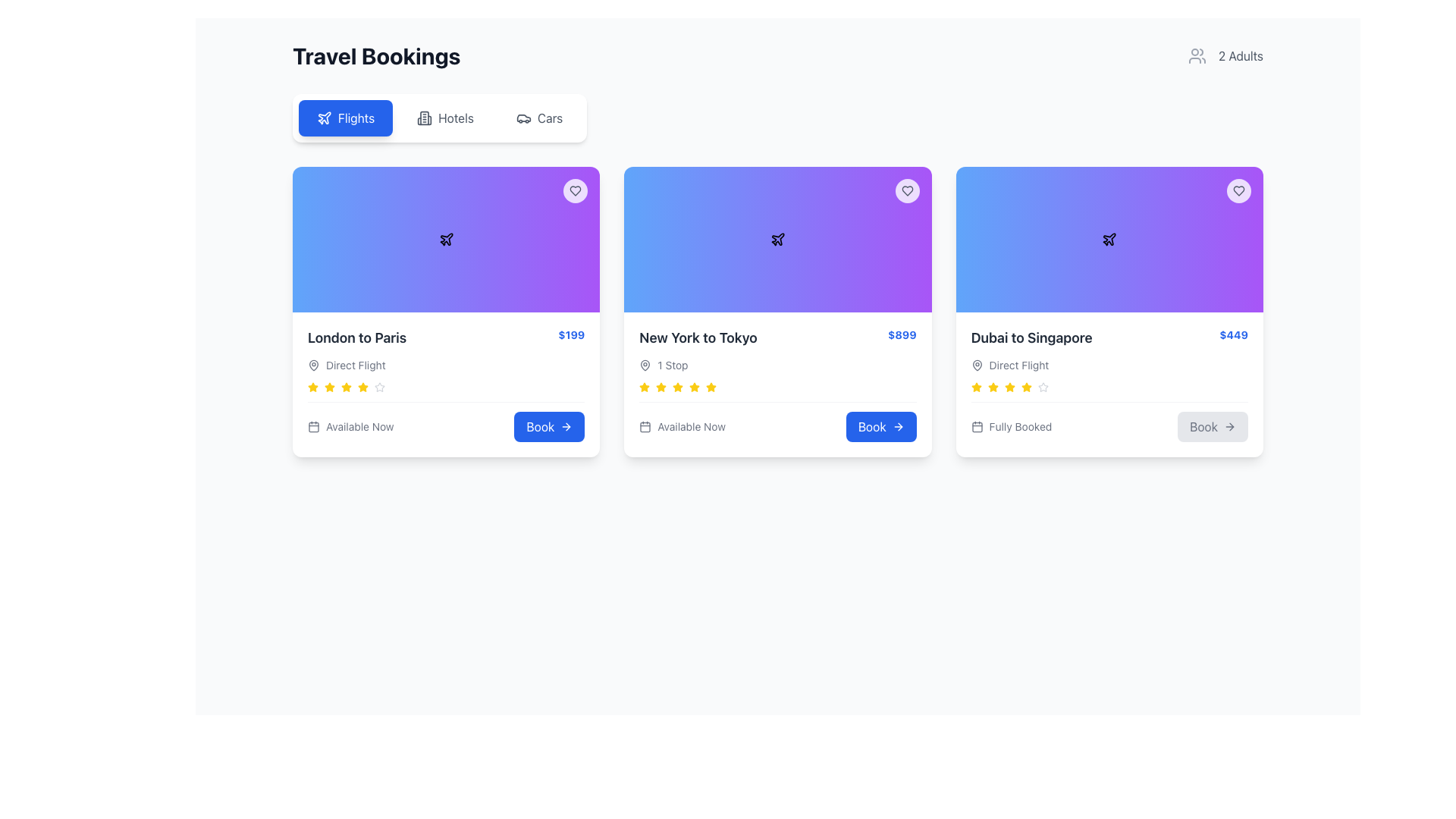  I want to click on the airplane icon which is centrally positioned within the third card that details a trip from Dubai to Singapore, so click(1109, 239).